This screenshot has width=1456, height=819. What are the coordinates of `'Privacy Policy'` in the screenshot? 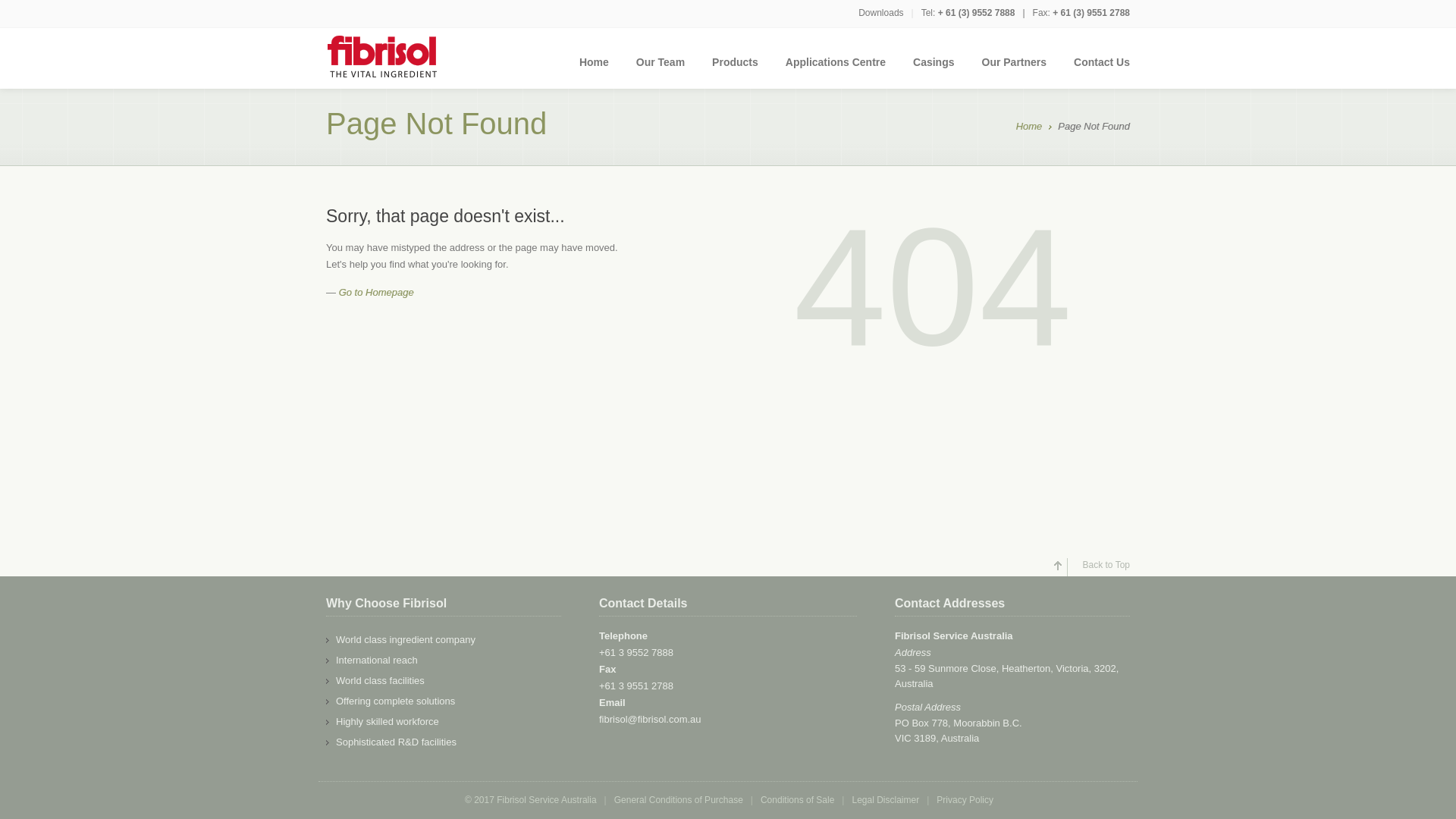 It's located at (964, 799).